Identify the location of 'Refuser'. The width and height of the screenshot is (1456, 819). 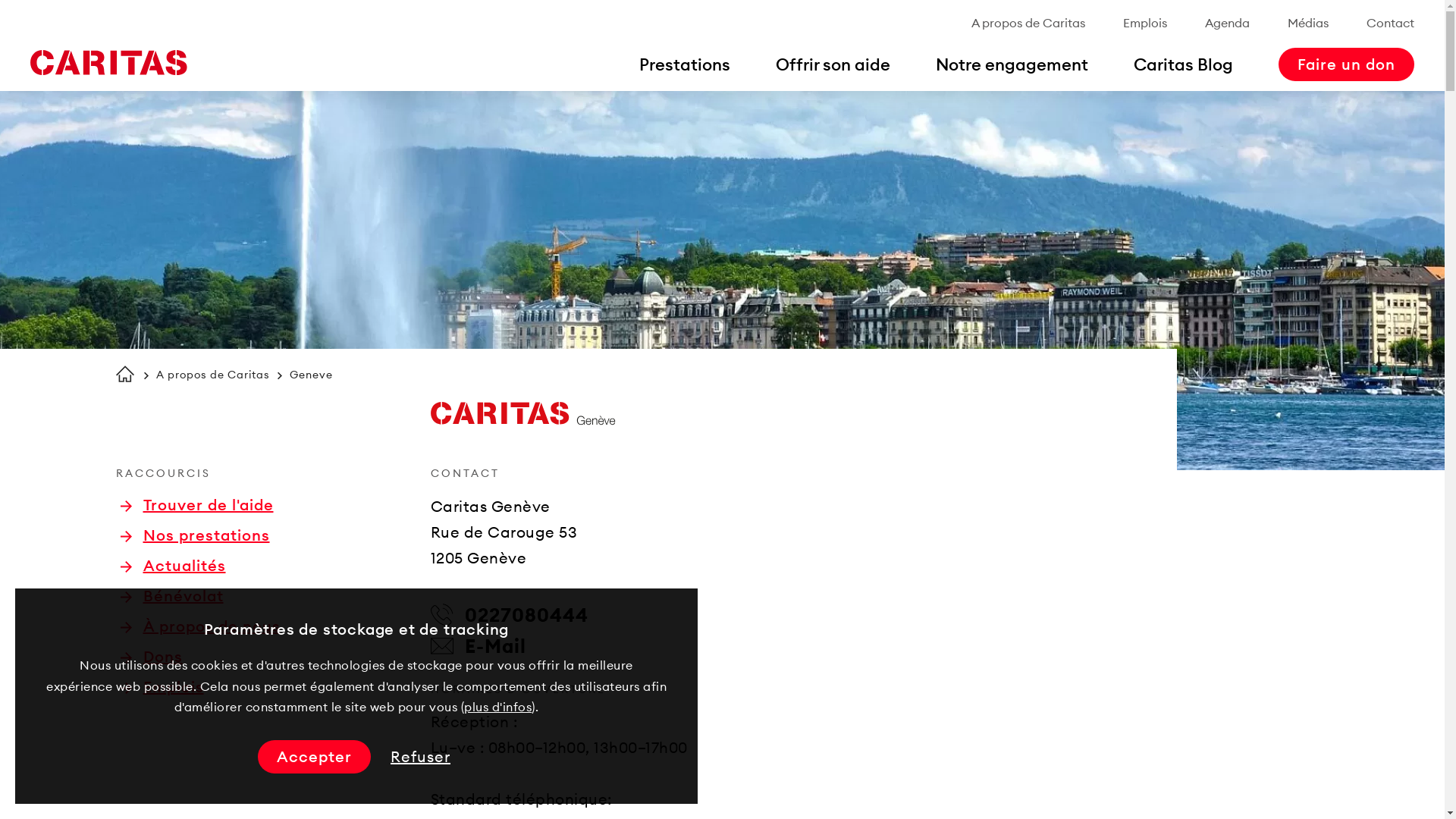
(420, 757).